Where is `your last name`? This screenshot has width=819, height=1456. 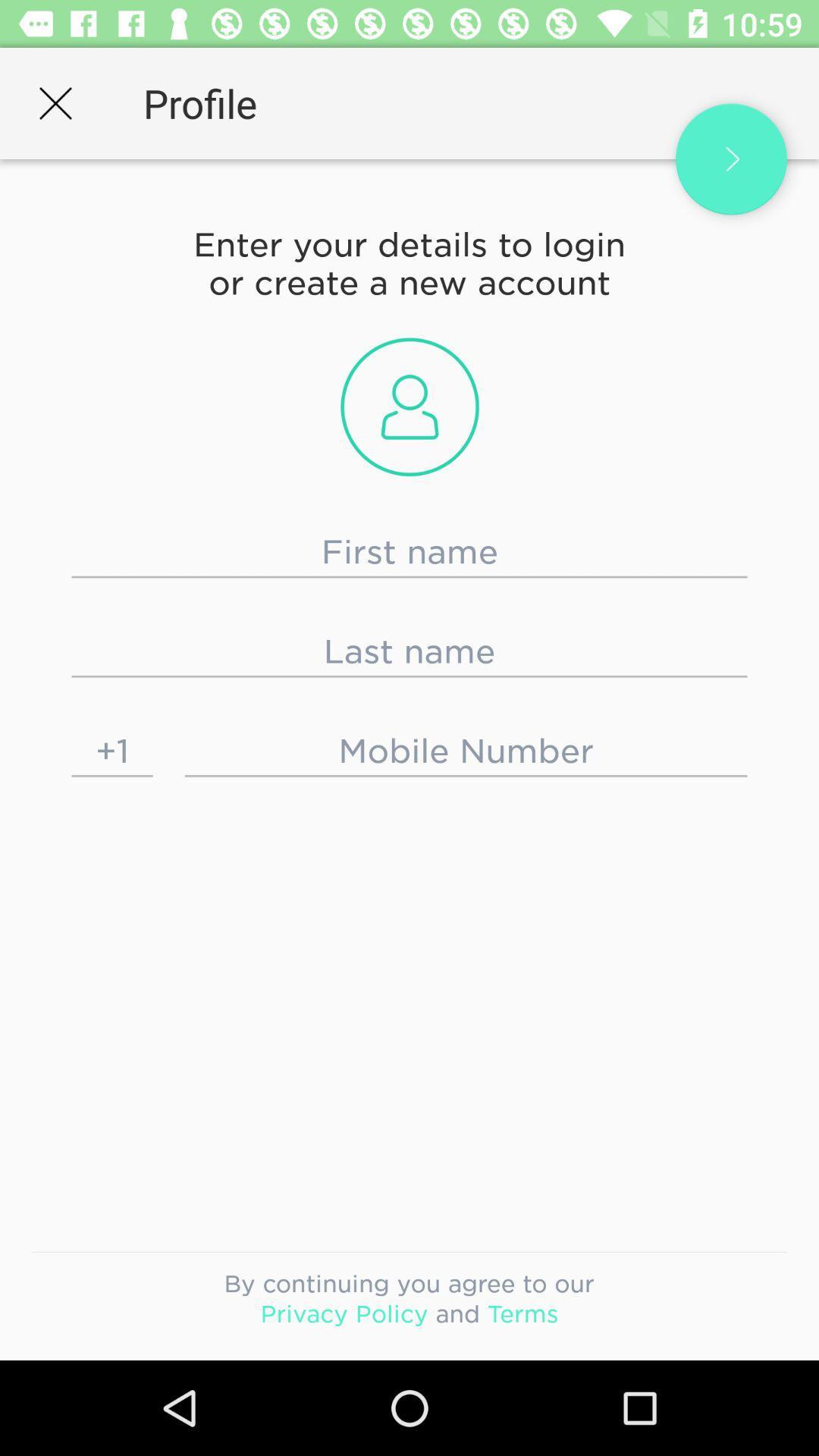
your last name is located at coordinates (409, 651).